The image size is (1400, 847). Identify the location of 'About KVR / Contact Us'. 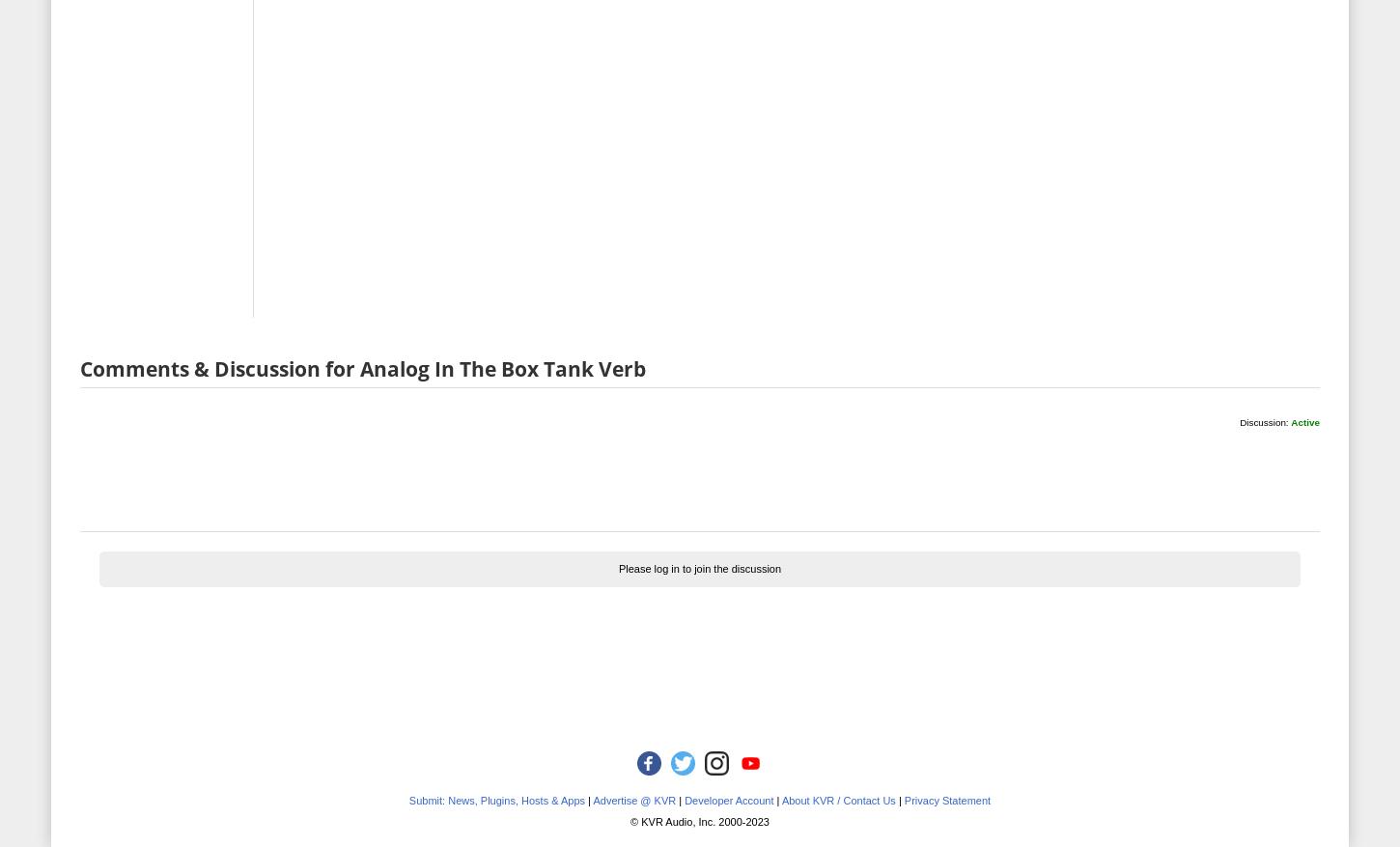
(836, 798).